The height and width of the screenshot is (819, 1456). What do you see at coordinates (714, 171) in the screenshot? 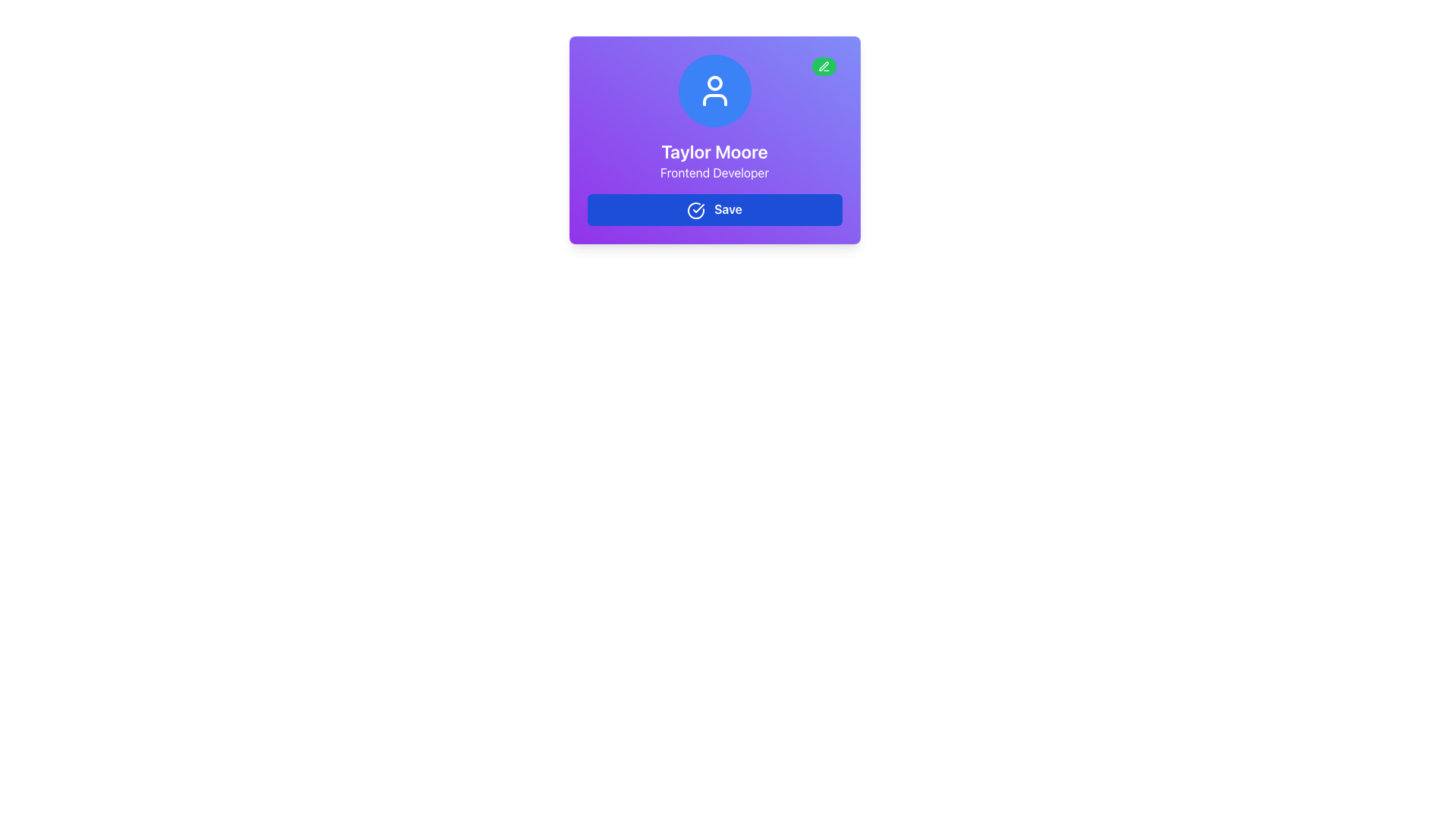
I see `the Static Text element displaying 'Frontend Developer' which is positioned beneath 'Taylor Moore' in the card interface` at bounding box center [714, 171].